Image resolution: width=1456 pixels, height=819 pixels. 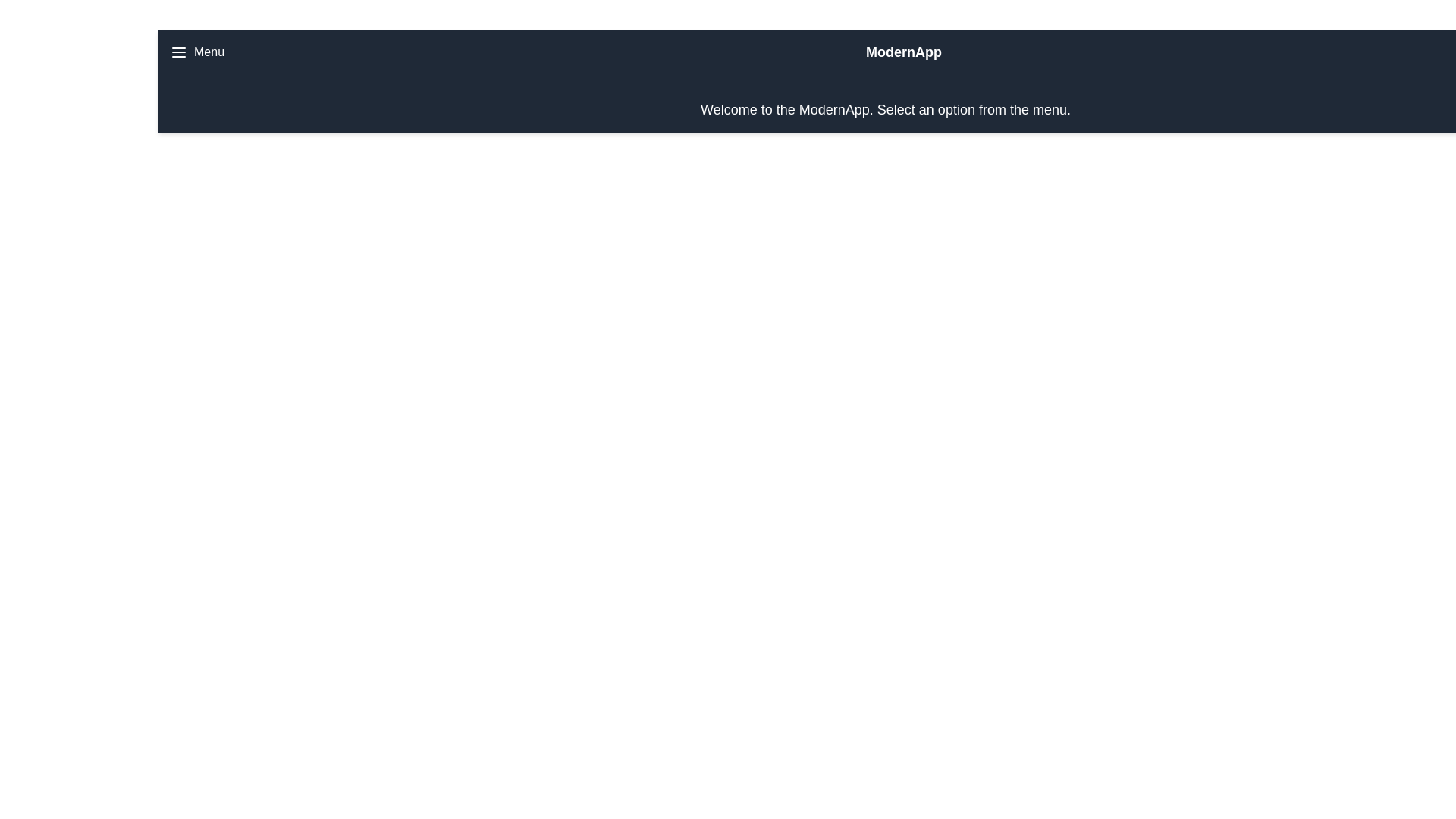 I want to click on the menu button to toggle the menu visibility, so click(x=196, y=52).